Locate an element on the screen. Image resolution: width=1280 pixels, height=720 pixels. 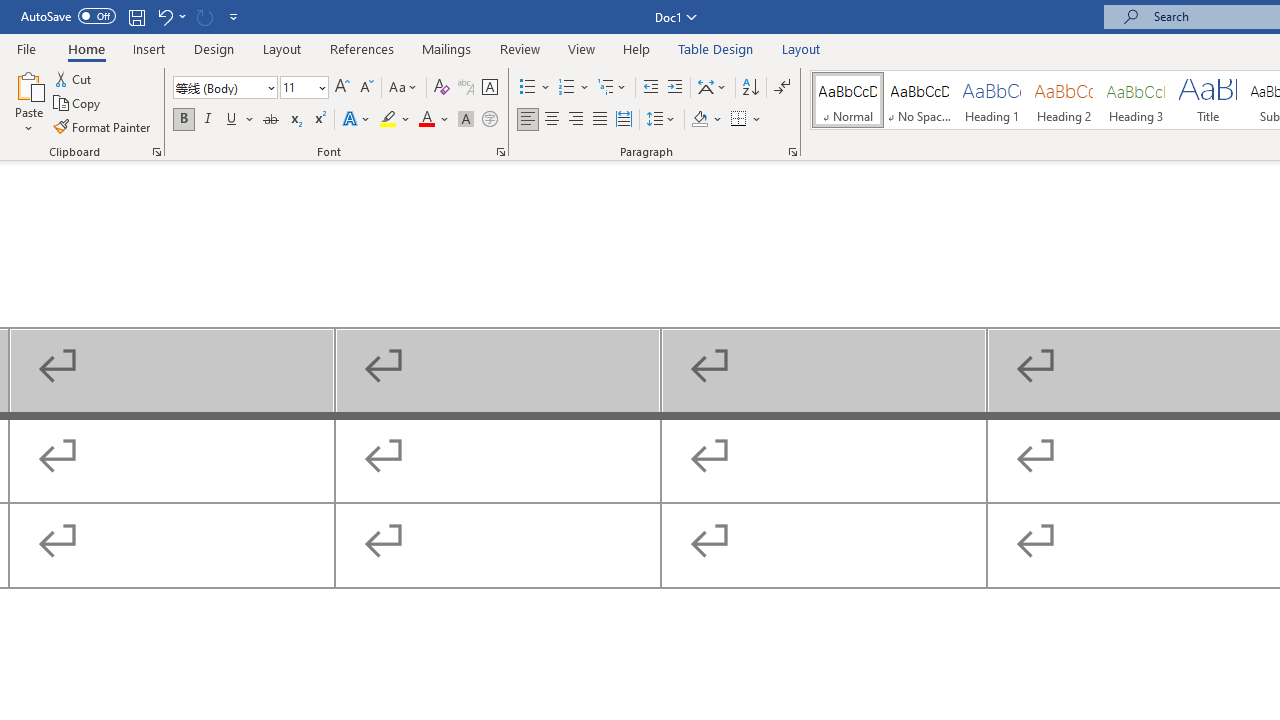
'Superscript' is located at coordinates (318, 119).